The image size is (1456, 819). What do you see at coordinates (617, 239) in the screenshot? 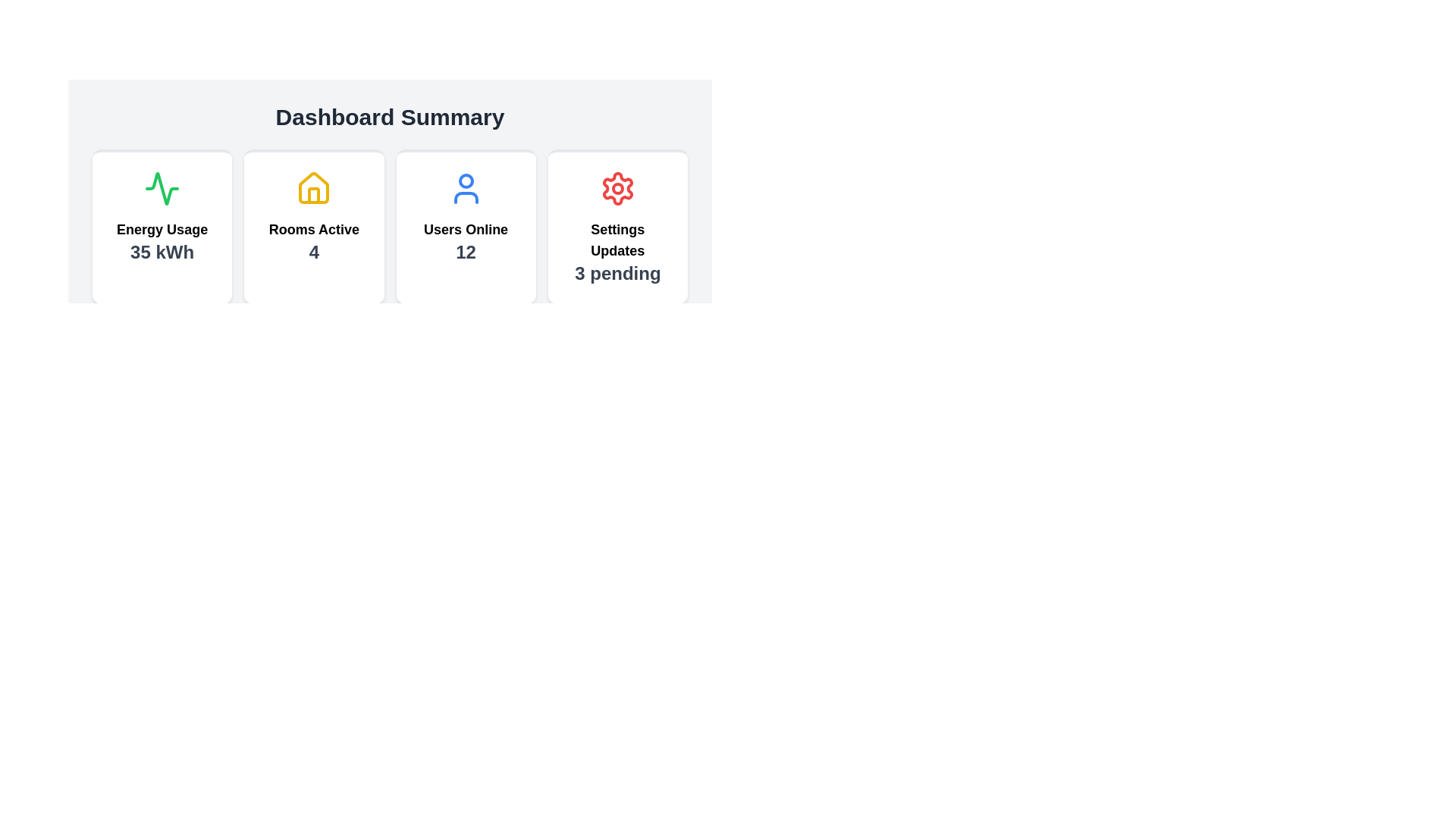
I see `text label indicating updates concerning settings, located in the fourth card under the heading 'Dashboard Summary', positioned below a red gear icon and above the text '3 pending'` at bounding box center [617, 239].